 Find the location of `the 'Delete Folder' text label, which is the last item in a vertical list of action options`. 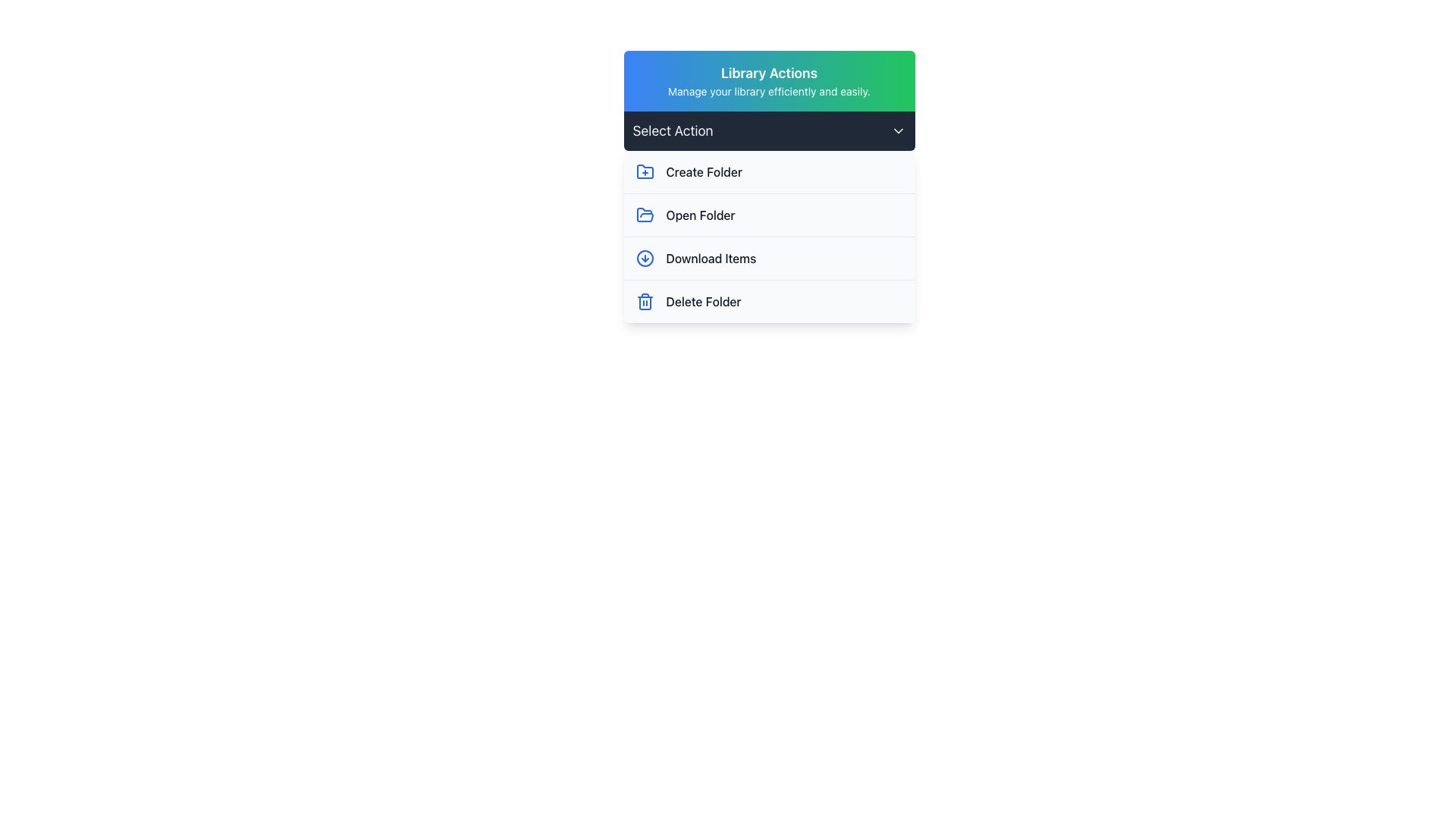

the 'Delete Folder' text label, which is the last item in a vertical list of action options is located at coordinates (703, 301).